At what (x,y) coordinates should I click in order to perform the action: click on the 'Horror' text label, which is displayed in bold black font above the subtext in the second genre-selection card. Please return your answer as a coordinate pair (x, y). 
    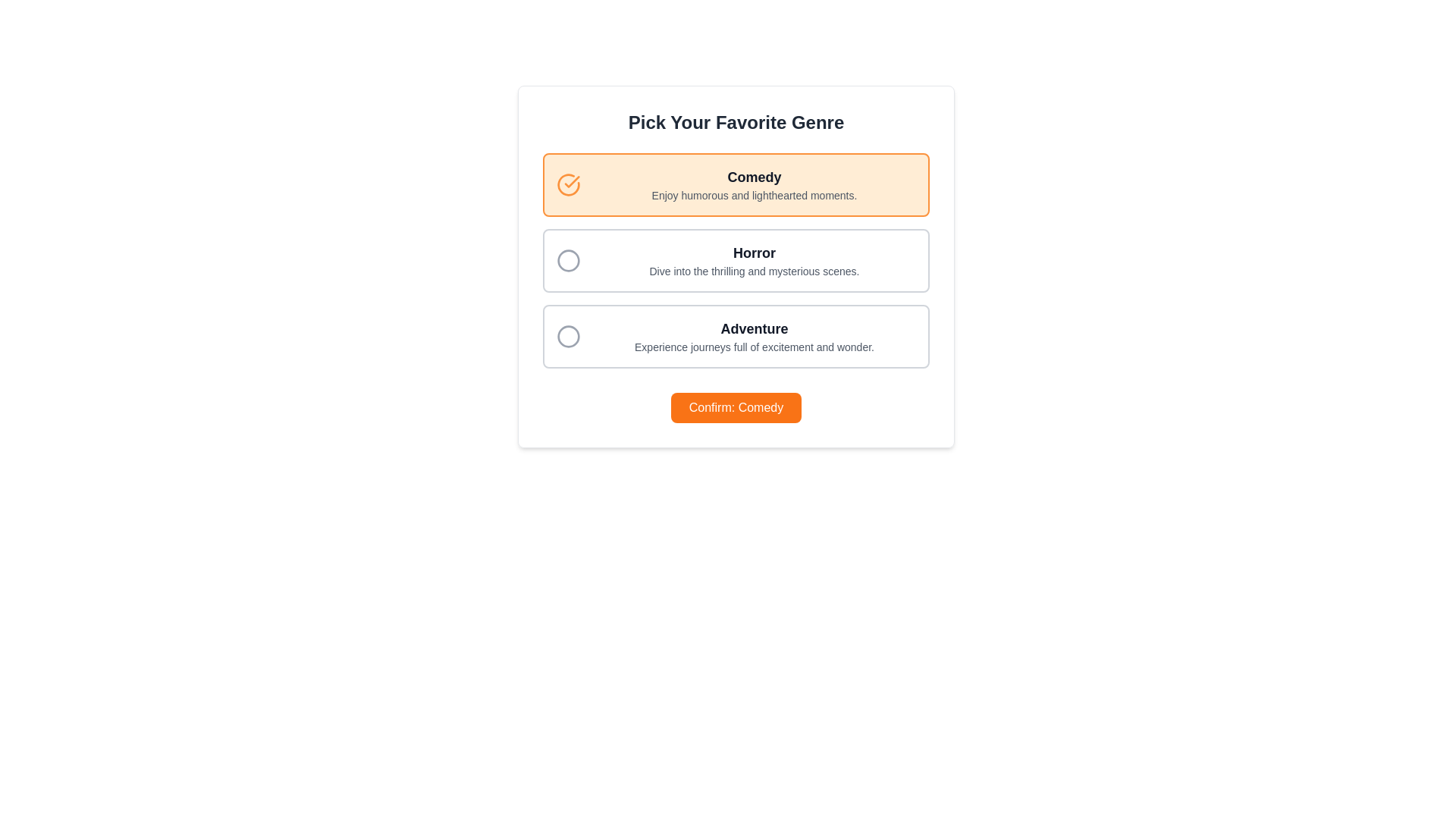
    Looking at the image, I should click on (754, 253).